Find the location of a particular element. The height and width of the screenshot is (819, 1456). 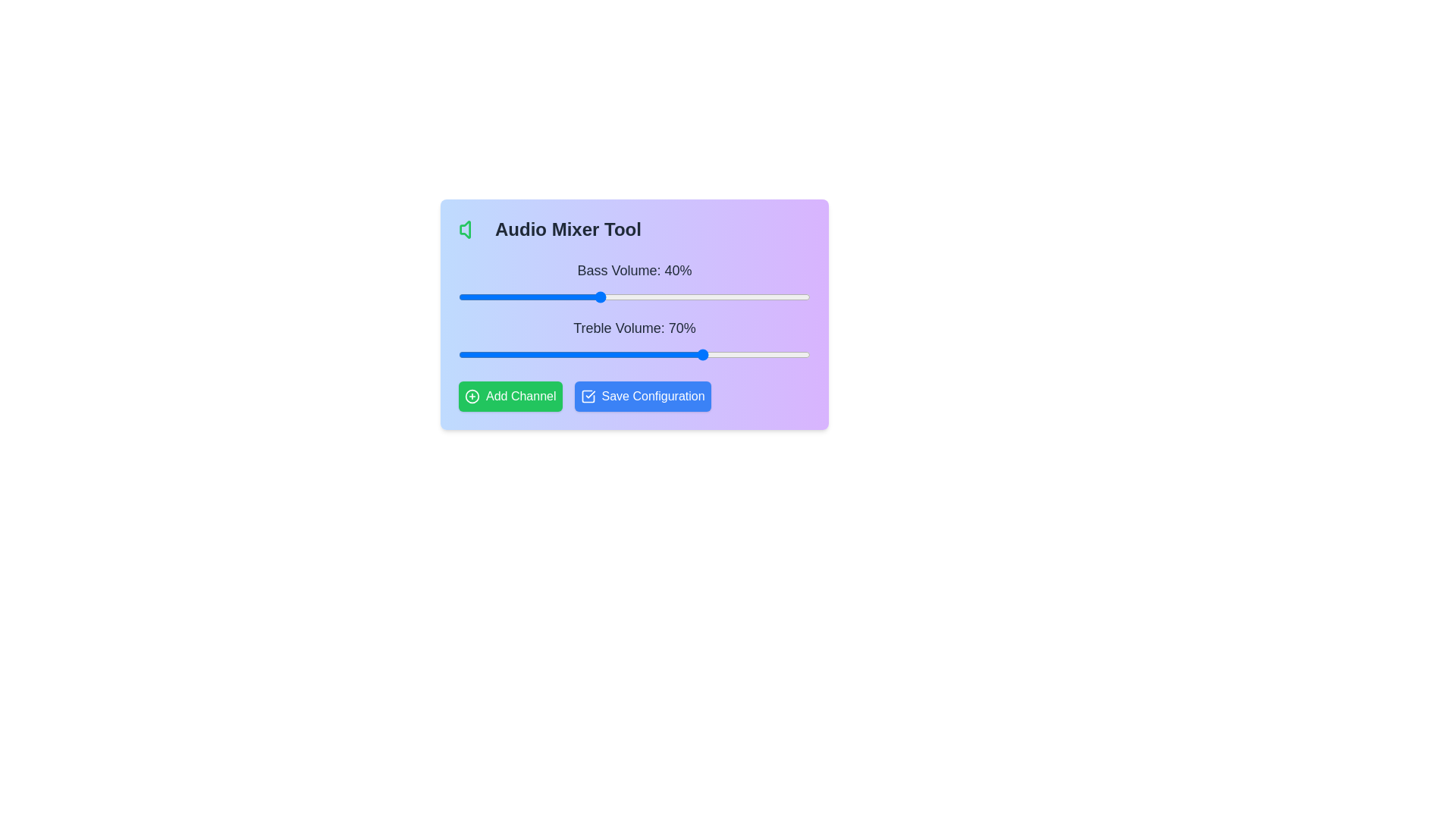

treble volume is located at coordinates (610, 354).